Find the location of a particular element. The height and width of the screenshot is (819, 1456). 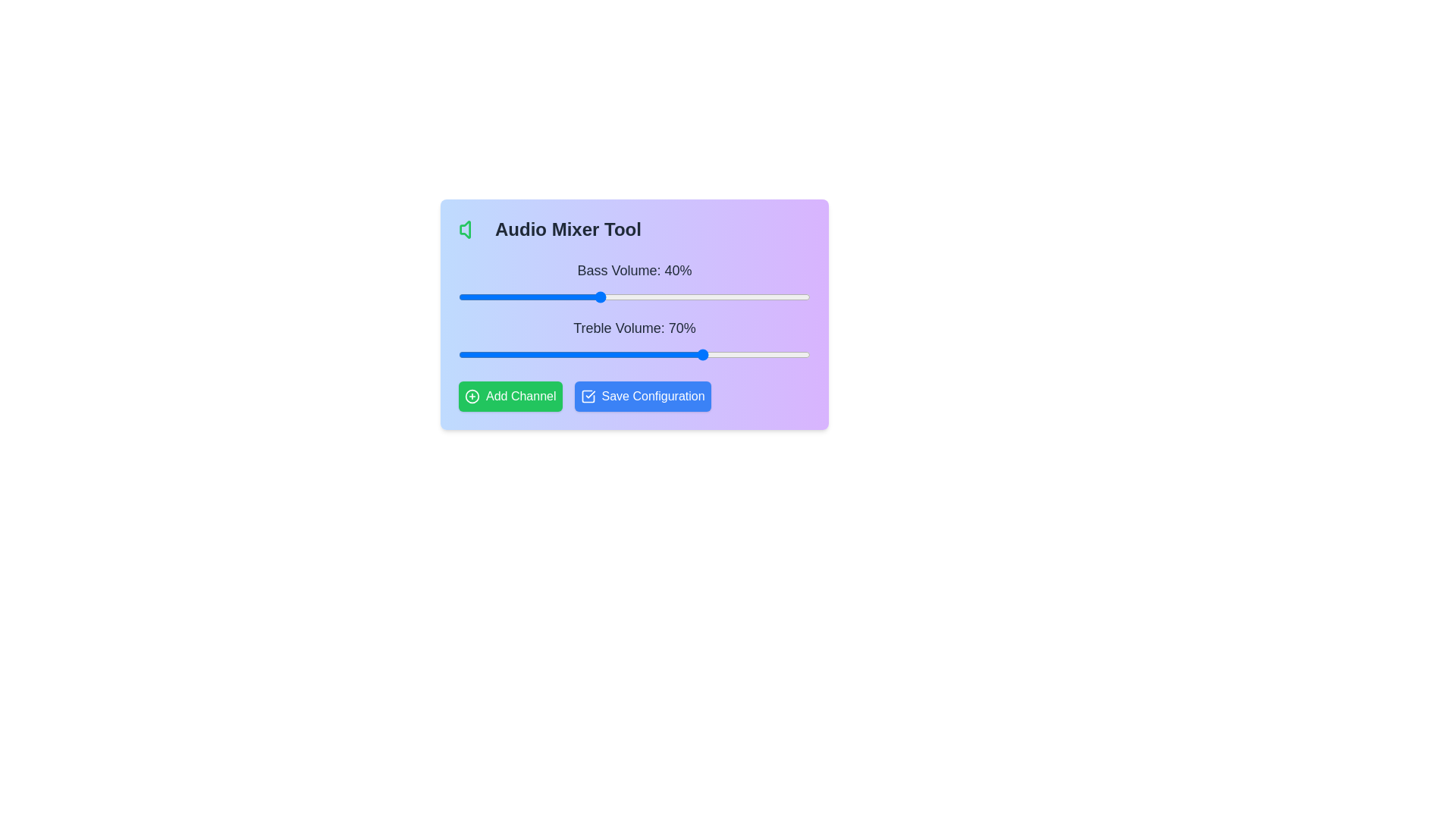

treble volume is located at coordinates (610, 354).